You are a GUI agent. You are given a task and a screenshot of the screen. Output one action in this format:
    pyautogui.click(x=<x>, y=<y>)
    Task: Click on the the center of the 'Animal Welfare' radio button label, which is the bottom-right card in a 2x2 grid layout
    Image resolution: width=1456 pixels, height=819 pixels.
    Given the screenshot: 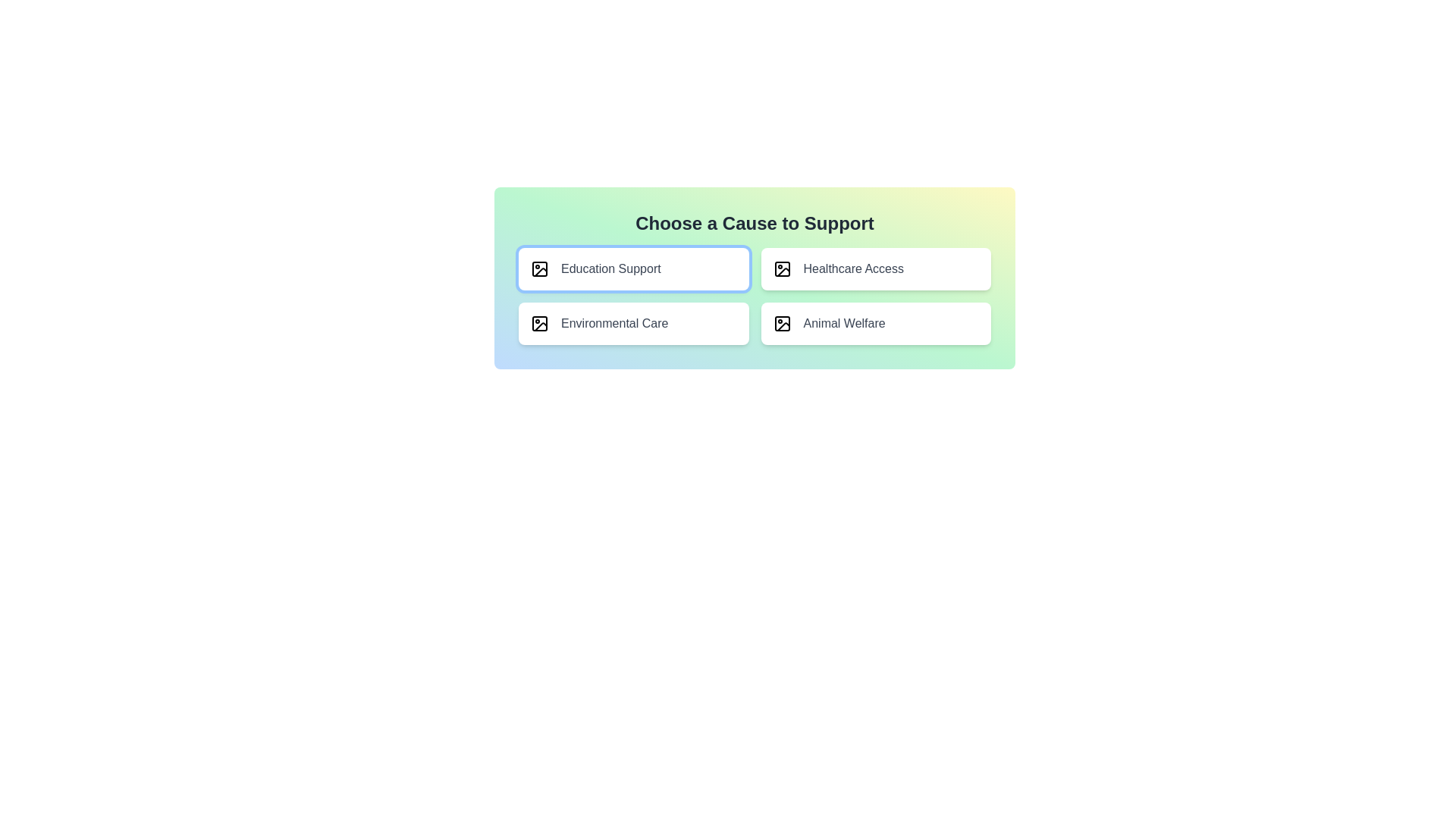 What is the action you would take?
    pyautogui.click(x=876, y=323)
    